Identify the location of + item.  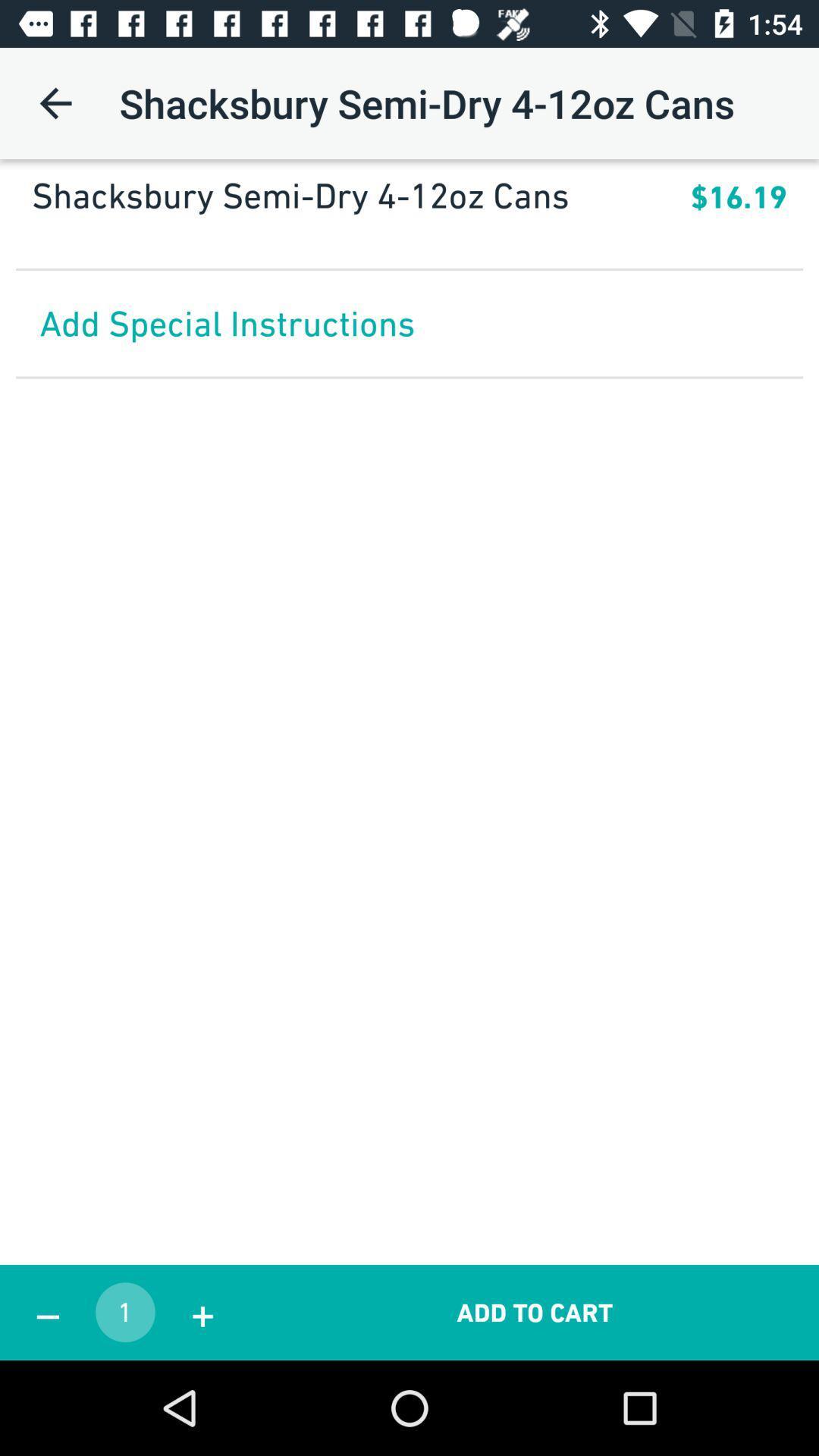
(202, 1312).